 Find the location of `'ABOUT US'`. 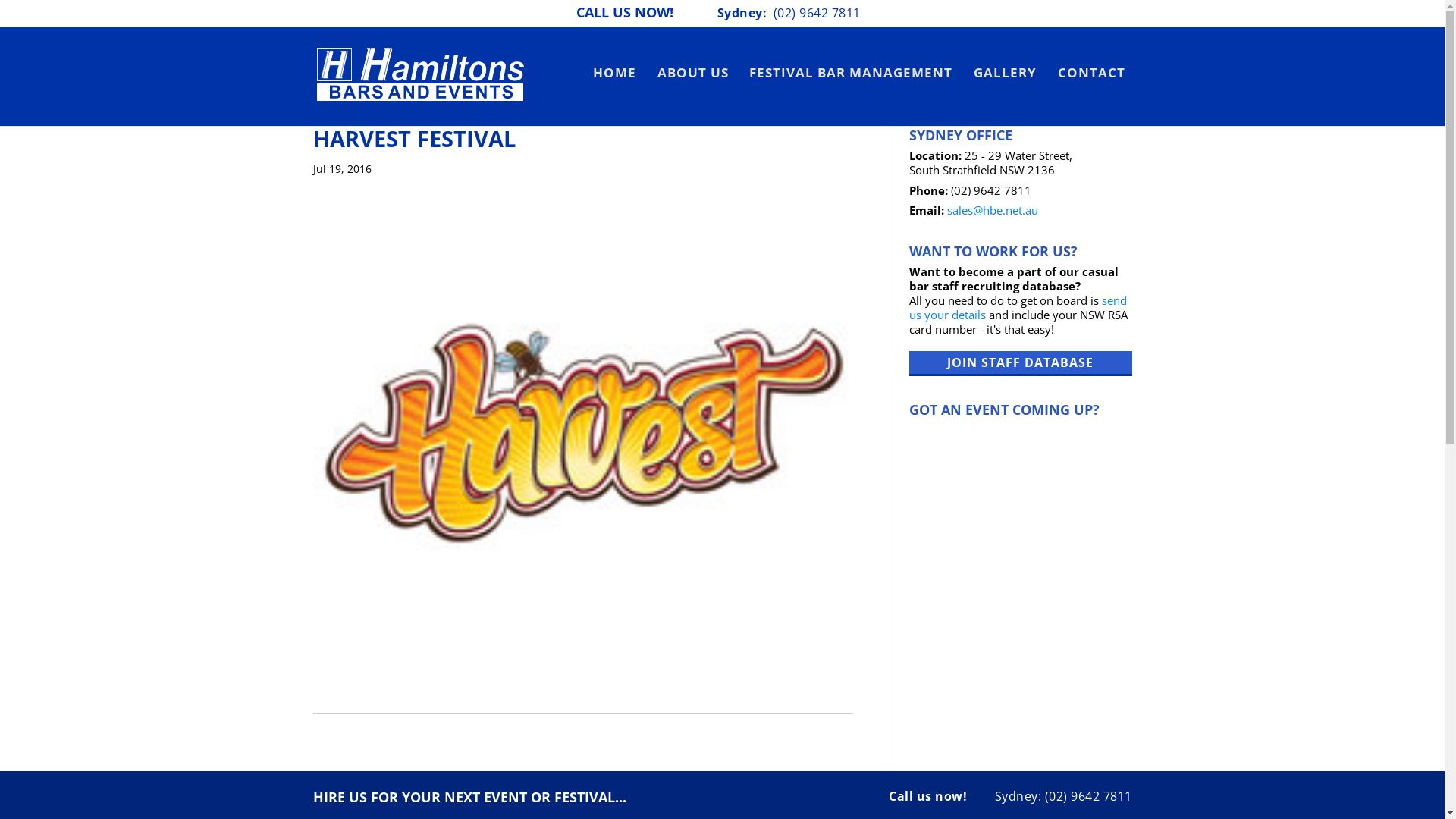

'ABOUT US' is located at coordinates (692, 74).